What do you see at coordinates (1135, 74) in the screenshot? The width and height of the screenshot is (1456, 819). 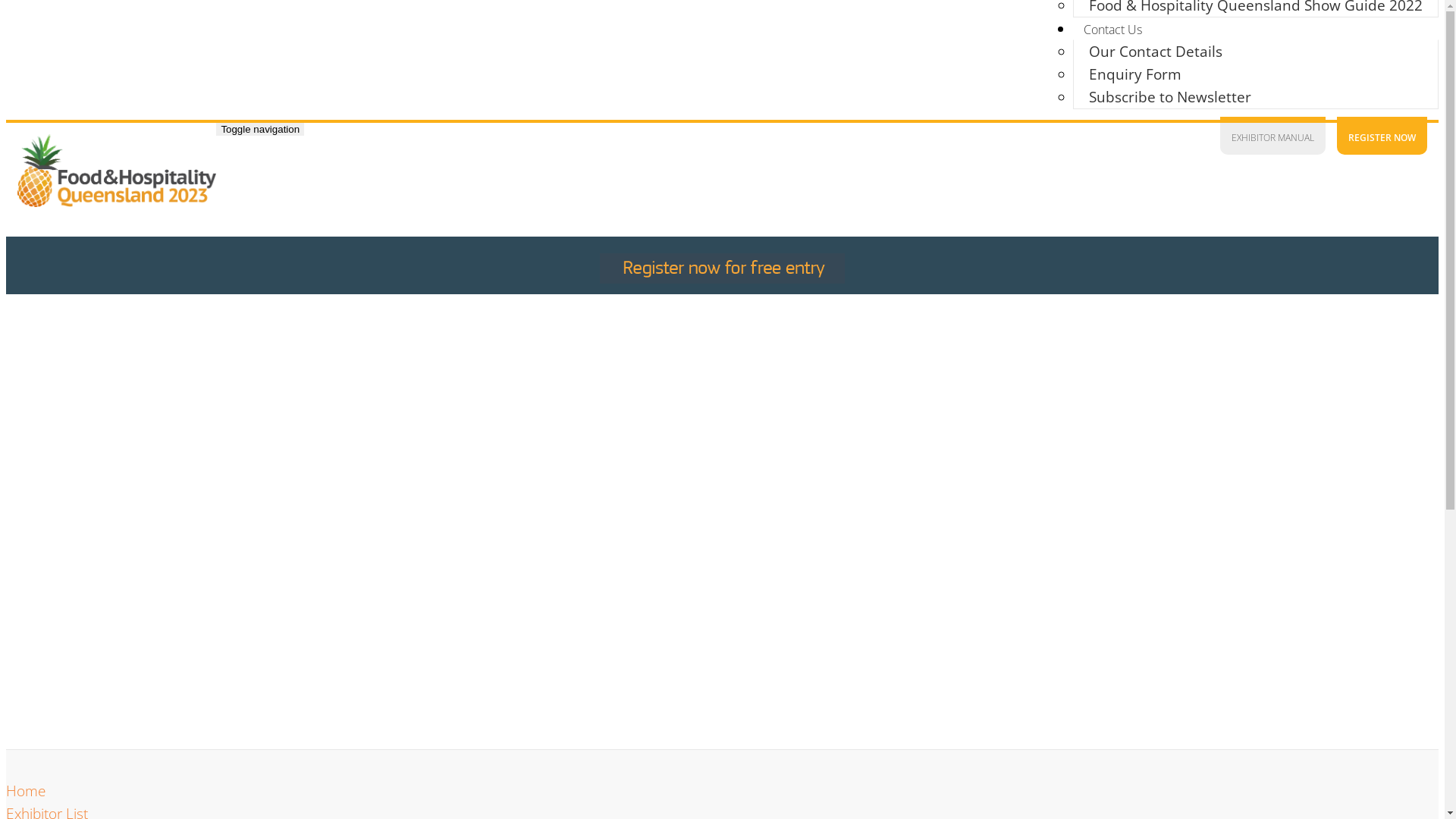 I see `'Enquiry Form'` at bounding box center [1135, 74].